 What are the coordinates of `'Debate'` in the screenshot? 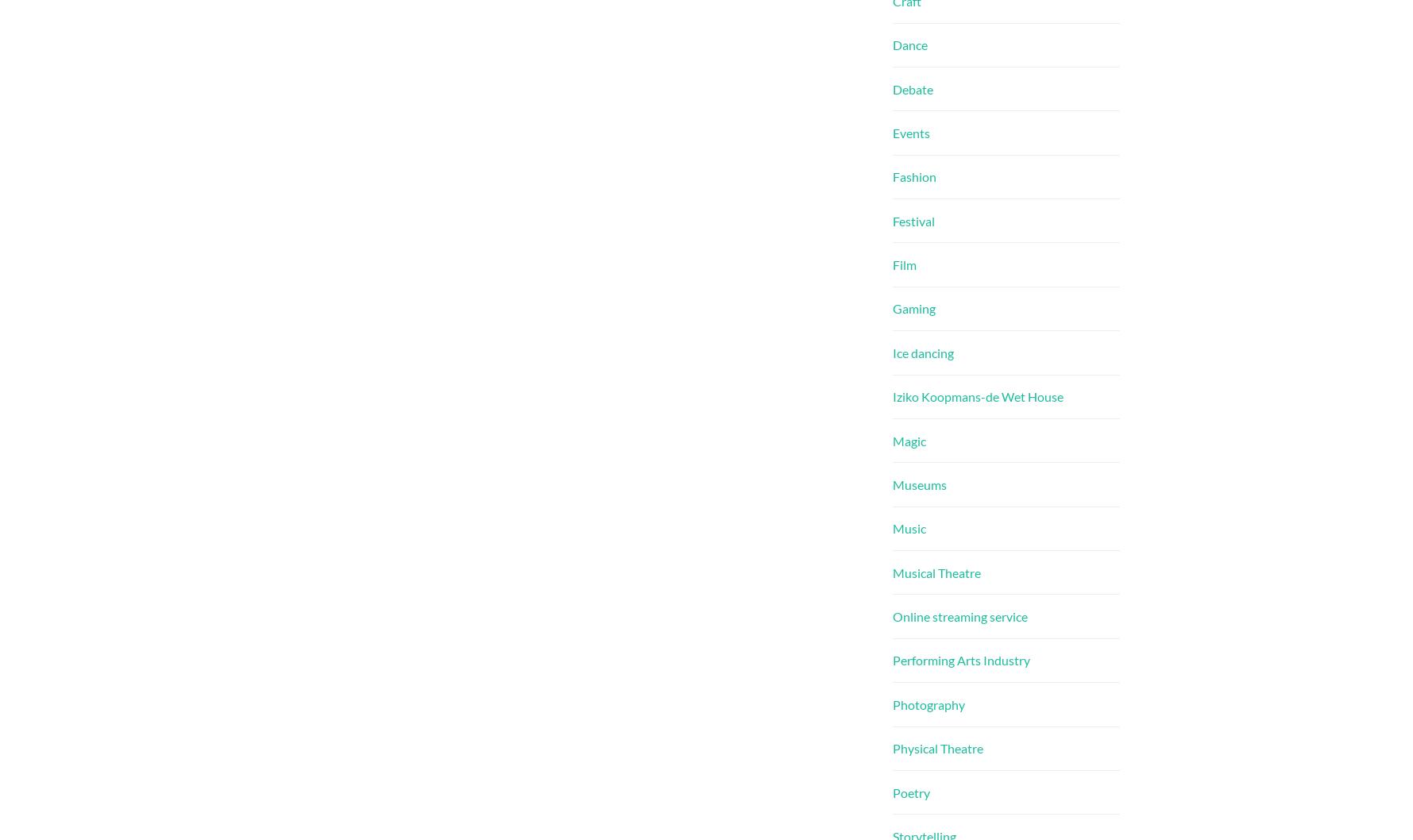 It's located at (912, 87).